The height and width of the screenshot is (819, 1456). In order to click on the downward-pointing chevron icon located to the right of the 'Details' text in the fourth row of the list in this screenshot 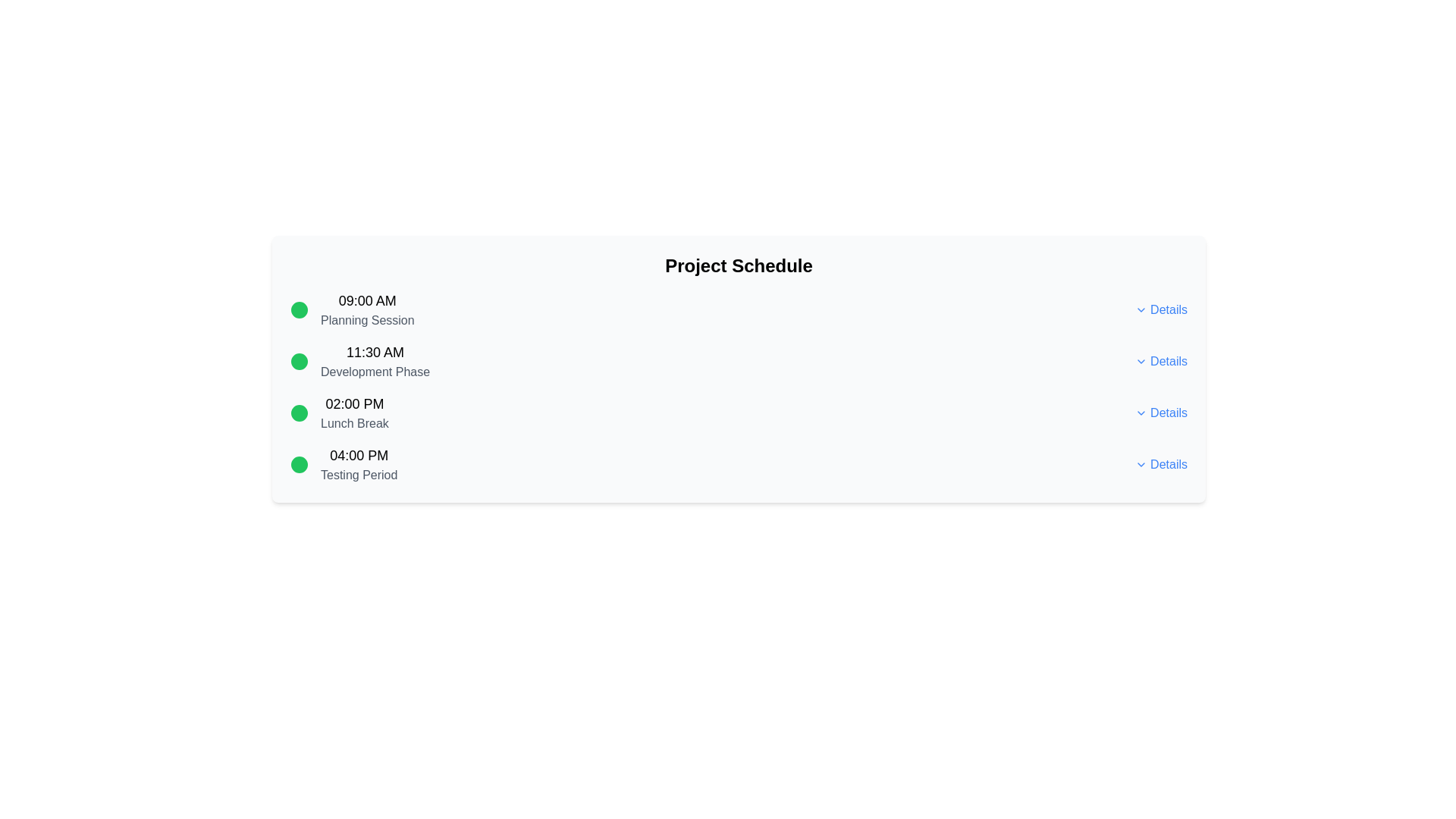, I will do `click(1141, 464)`.